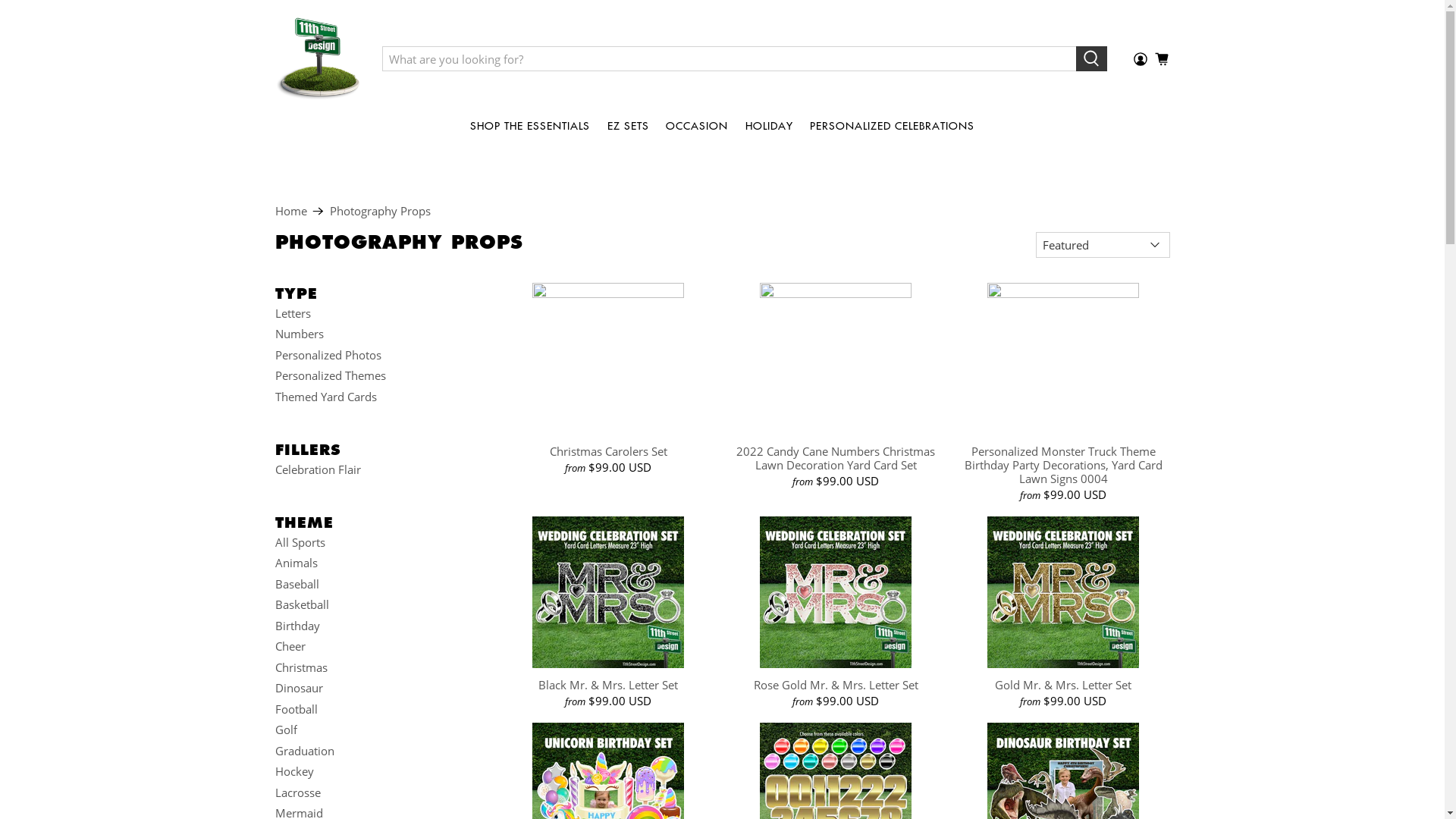  What do you see at coordinates (768, 124) in the screenshot?
I see `'HOLIDAY'` at bounding box center [768, 124].